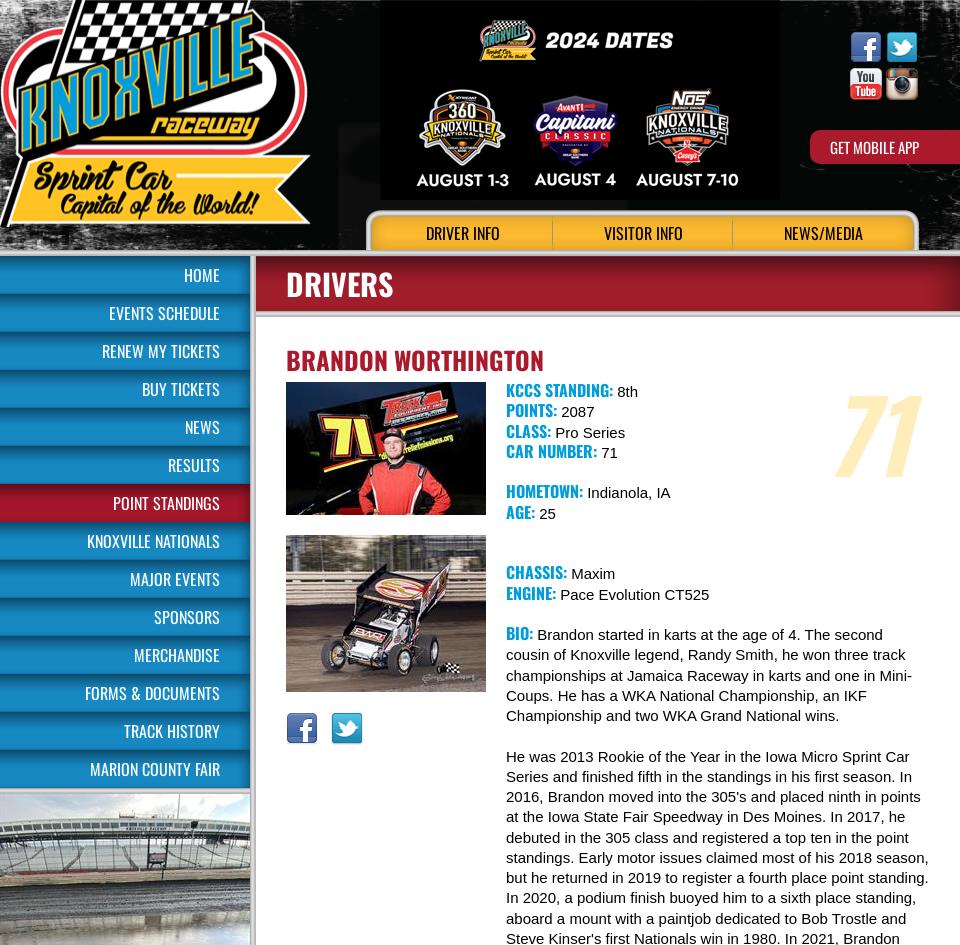 Image resolution: width=960 pixels, height=945 pixels. I want to click on 'News/Media', so click(822, 232).